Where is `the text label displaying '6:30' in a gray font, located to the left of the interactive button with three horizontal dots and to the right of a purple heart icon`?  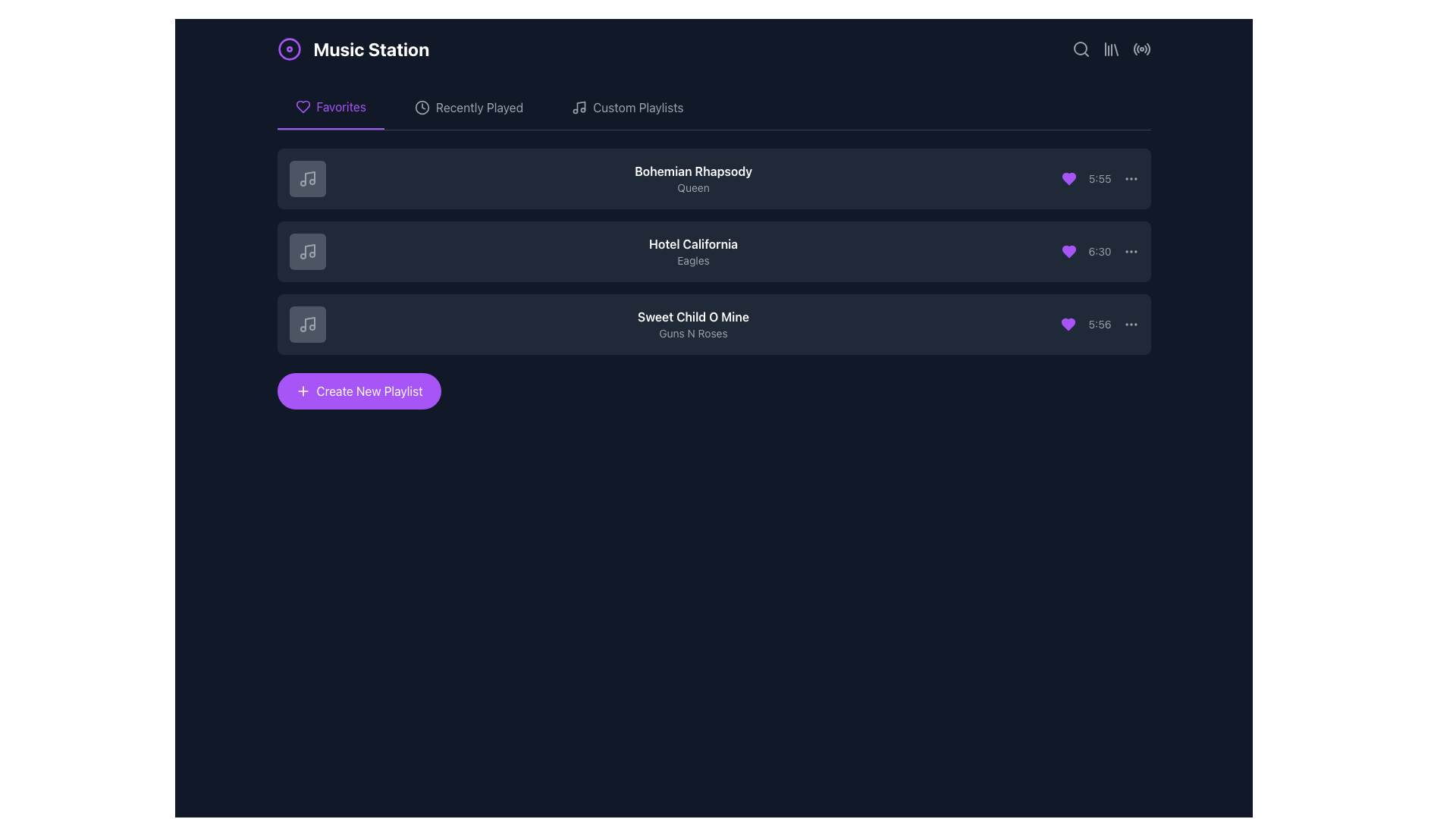 the text label displaying '6:30' in a gray font, located to the left of the interactive button with three horizontal dots and to the right of a purple heart icon is located at coordinates (1100, 250).